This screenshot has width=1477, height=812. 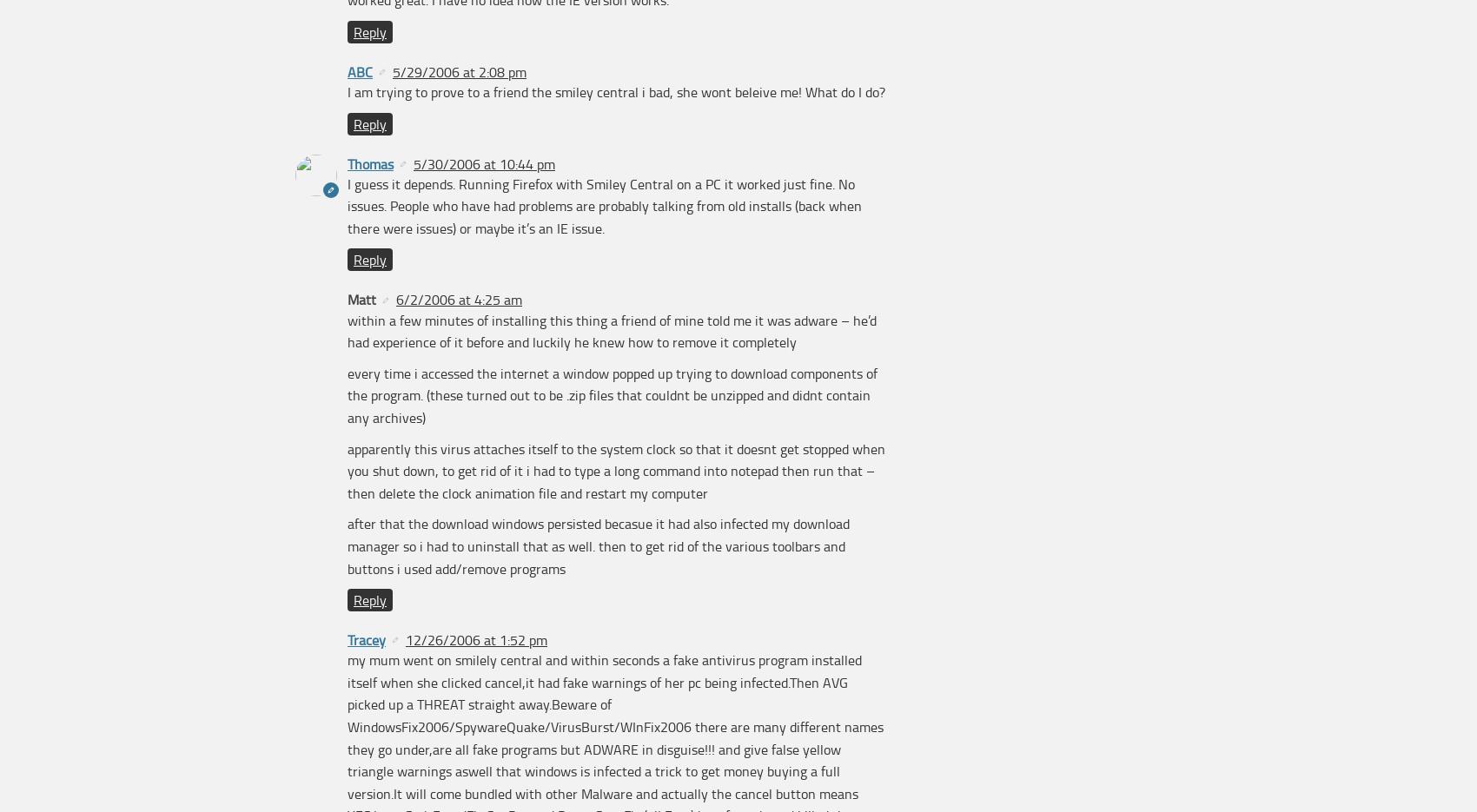 I want to click on 'ABC', so click(x=359, y=70).